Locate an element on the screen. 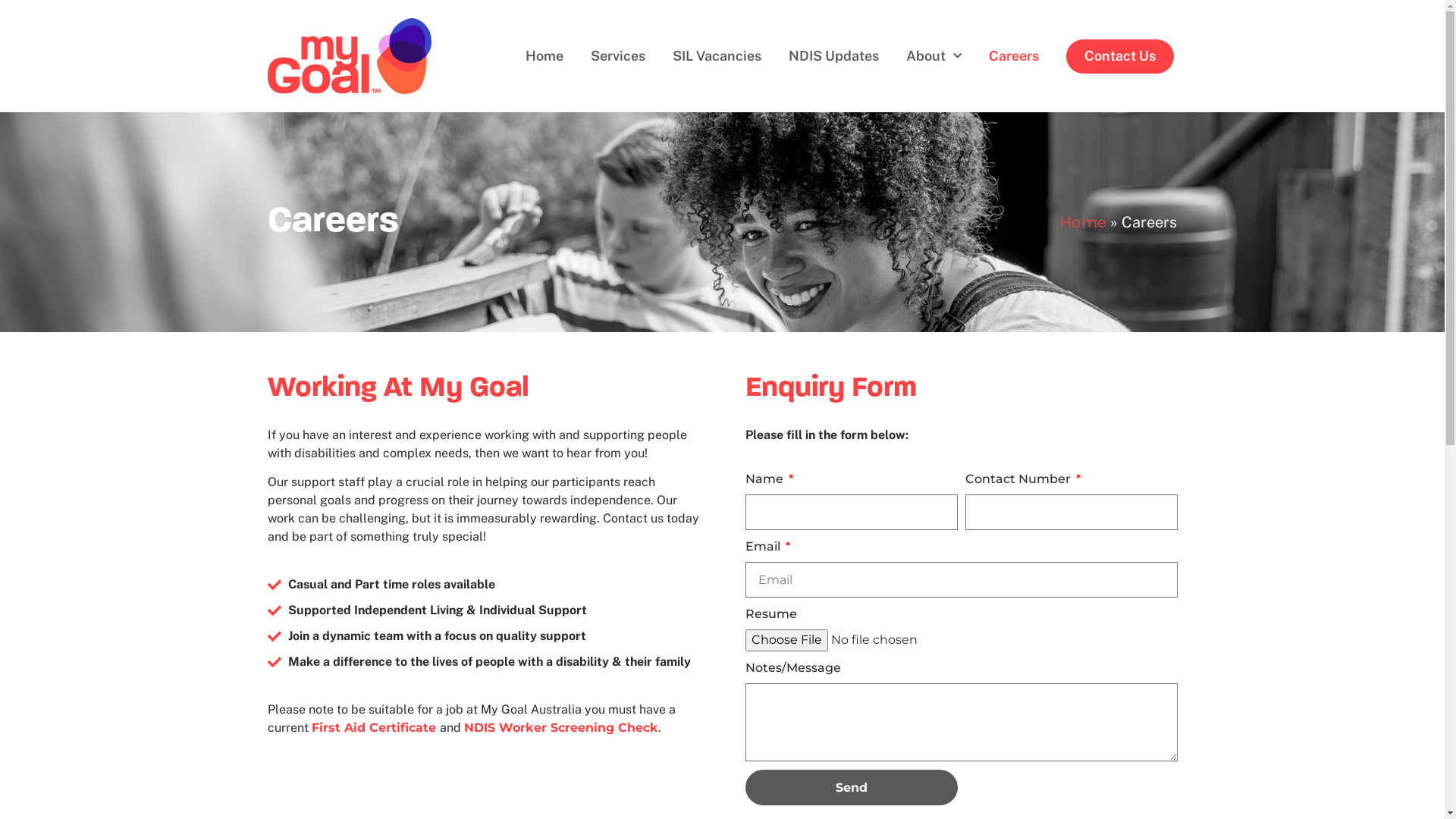 This screenshot has height=819, width=1456. 'Services' is located at coordinates (576, 55).